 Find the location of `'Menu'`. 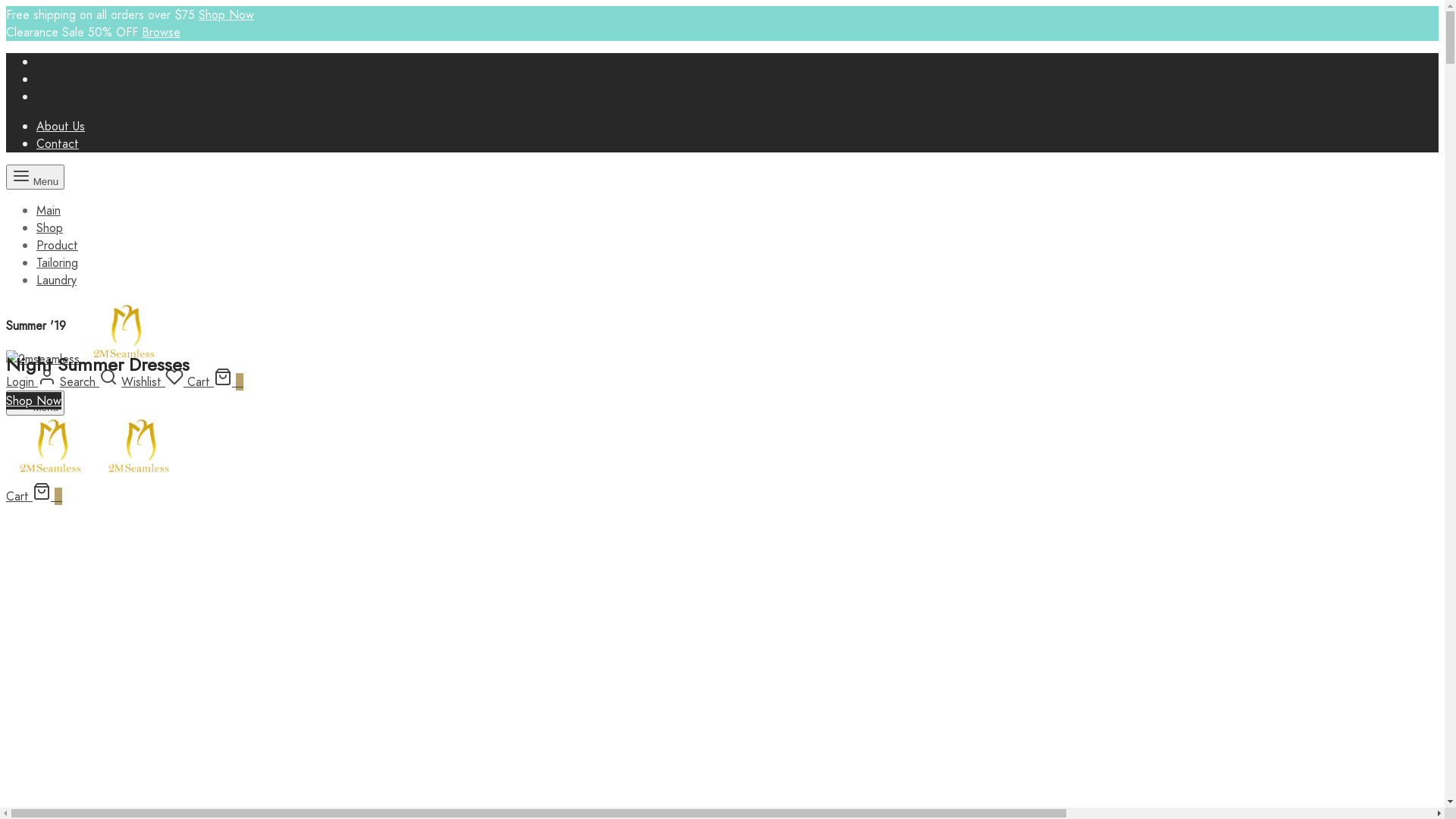

'Menu' is located at coordinates (35, 402).